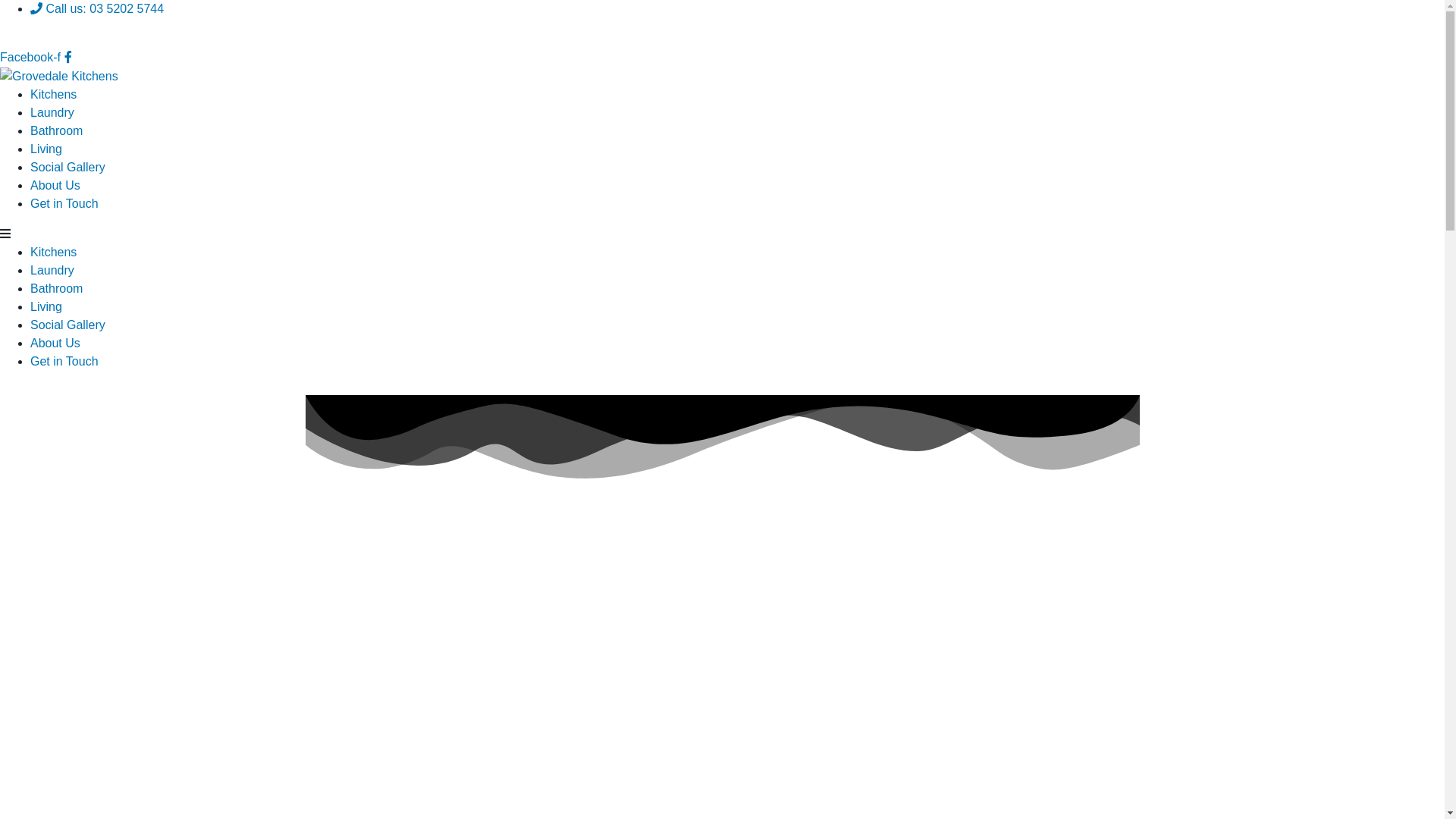 The height and width of the screenshot is (819, 1456). Describe the element at coordinates (53, 94) in the screenshot. I see `'Kitchens'` at that location.